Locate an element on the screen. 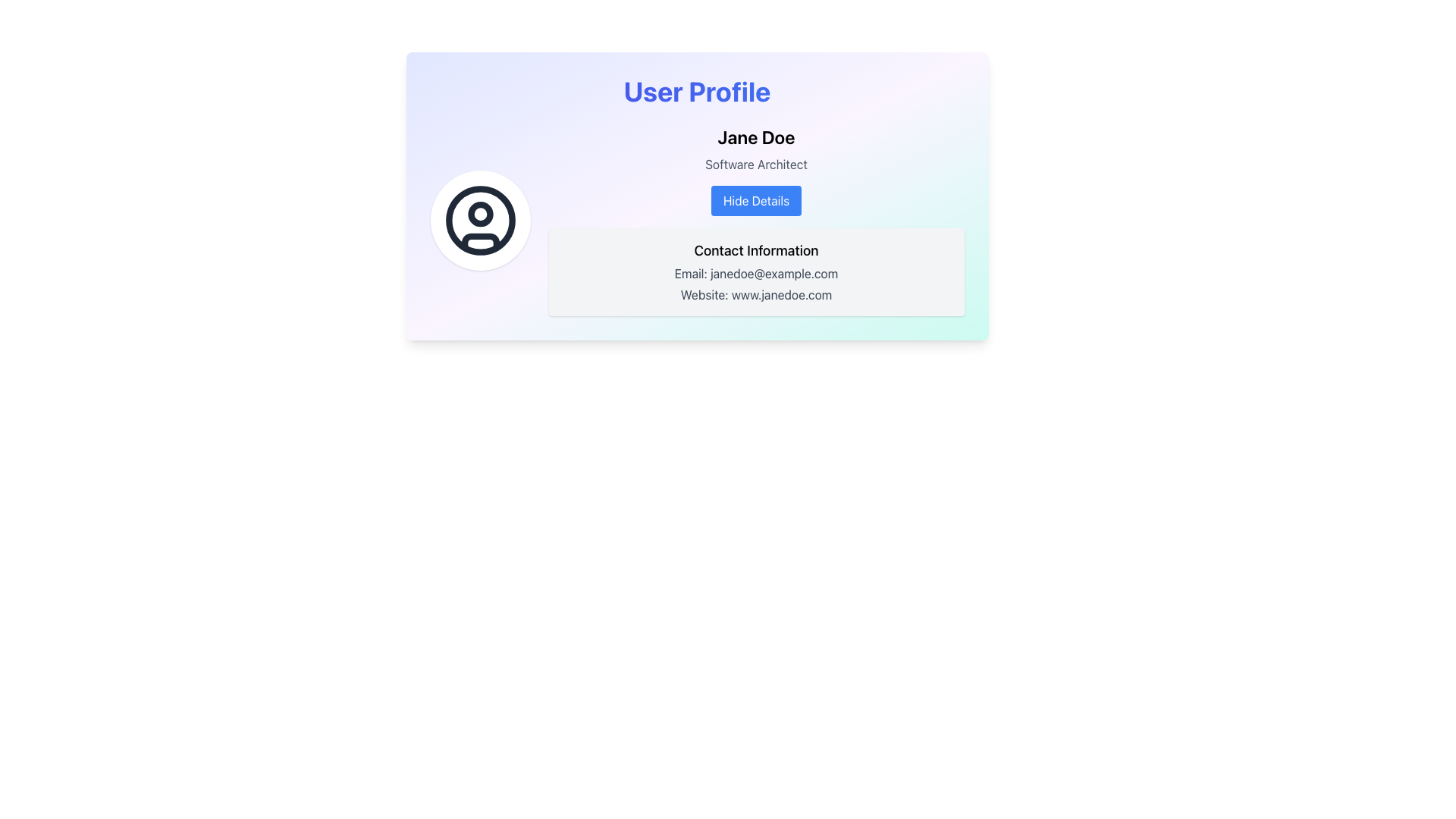  the static text element that provides the URL link of the user's website, located below the 'Email: janedoe@example.com' line in the 'Contact Information' box is located at coordinates (756, 295).